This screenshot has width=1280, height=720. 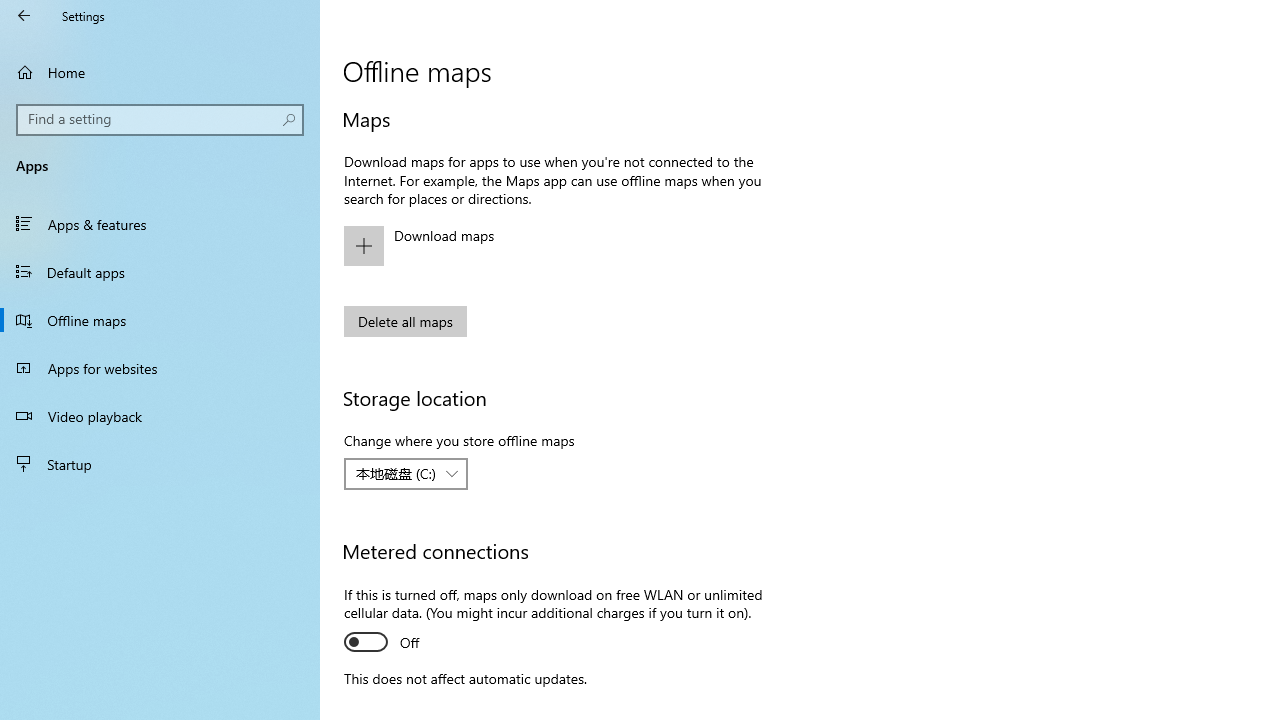 What do you see at coordinates (160, 367) in the screenshot?
I see `'Apps for websites'` at bounding box center [160, 367].